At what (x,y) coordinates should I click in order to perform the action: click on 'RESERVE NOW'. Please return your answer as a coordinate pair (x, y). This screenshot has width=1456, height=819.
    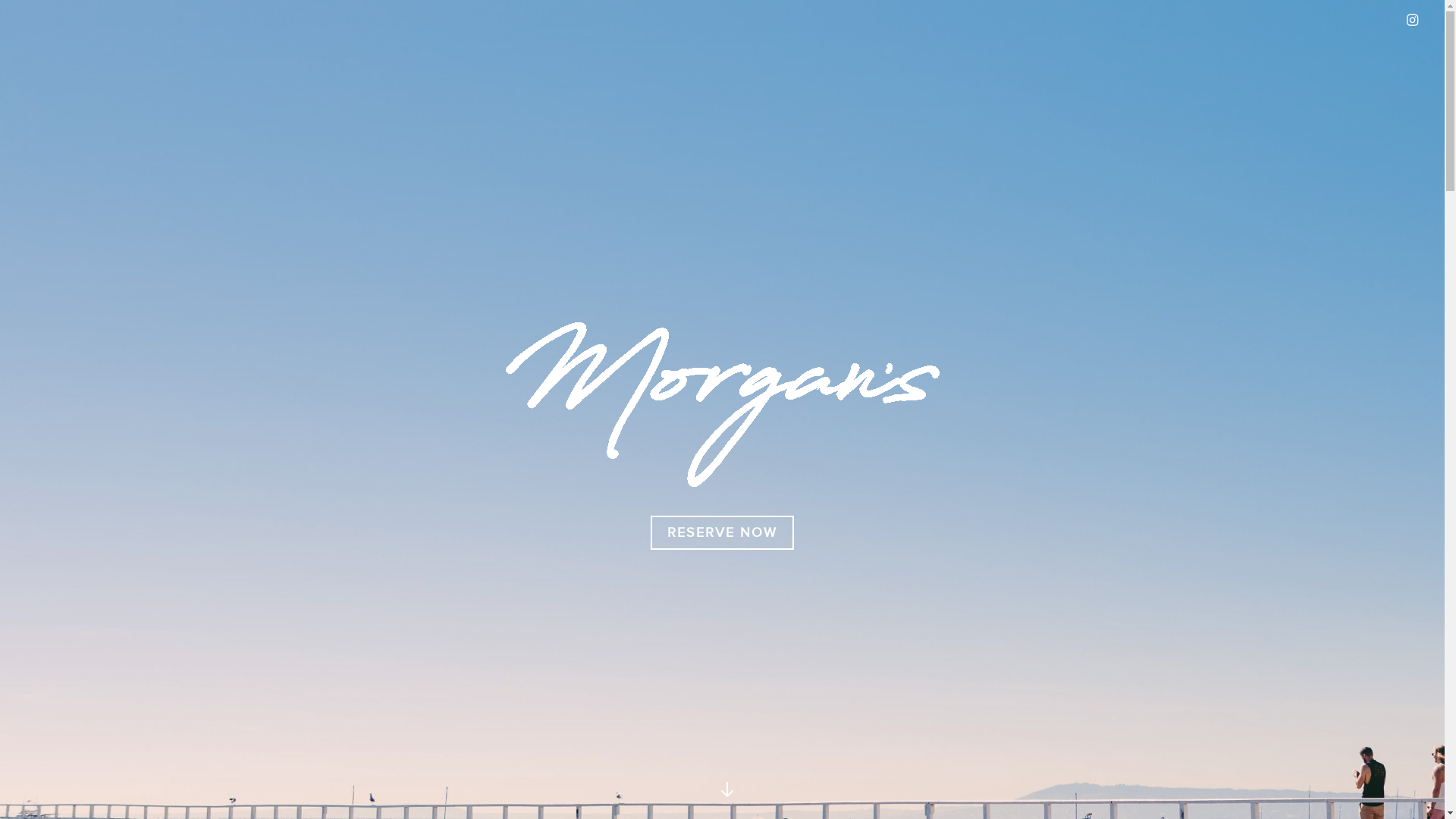
    Looking at the image, I should click on (721, 532).